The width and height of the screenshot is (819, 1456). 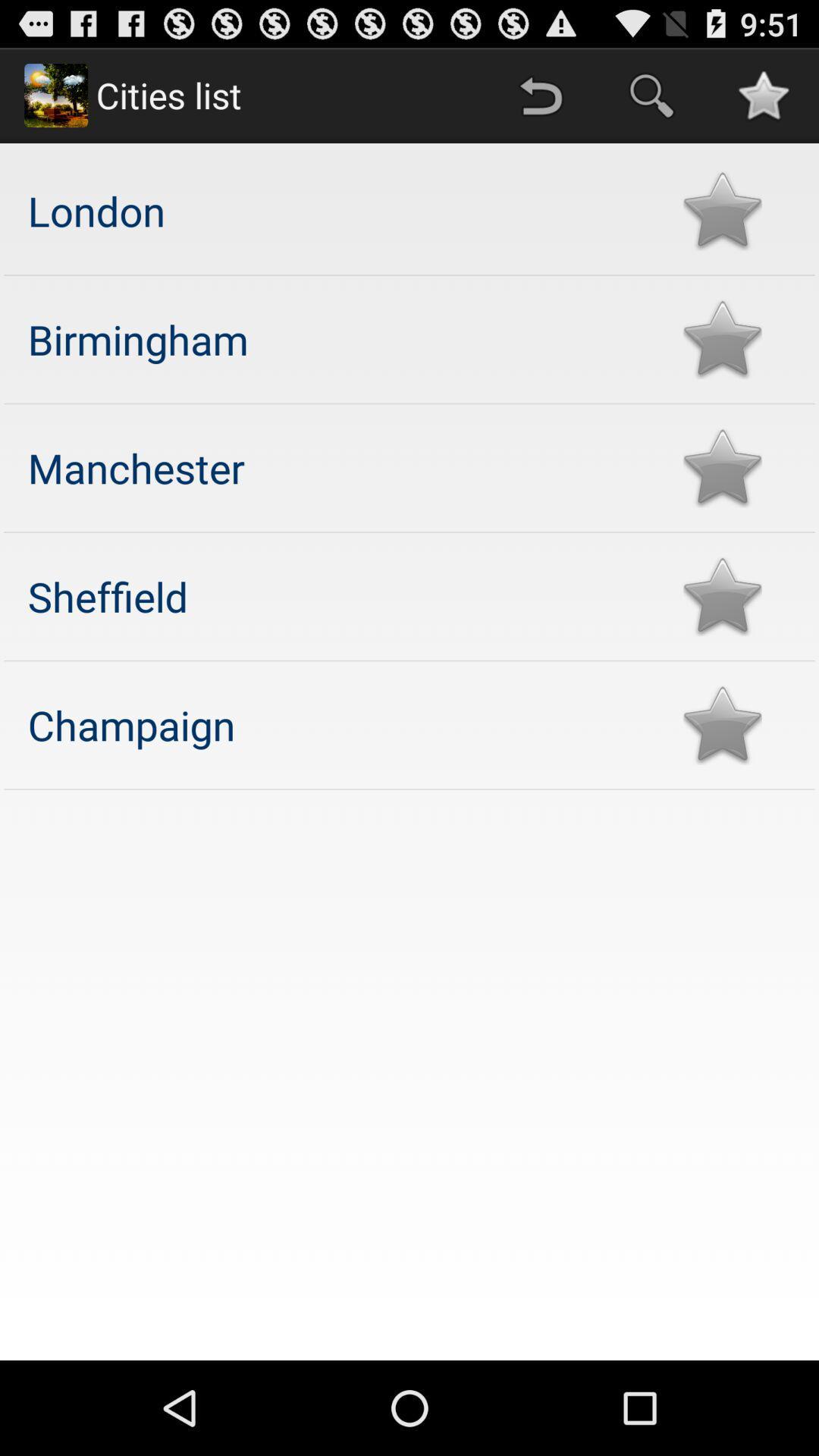 What do you see at coordinates (721, 210) in the screenshot?
I see `rating review` at bounding box center [721, 210].